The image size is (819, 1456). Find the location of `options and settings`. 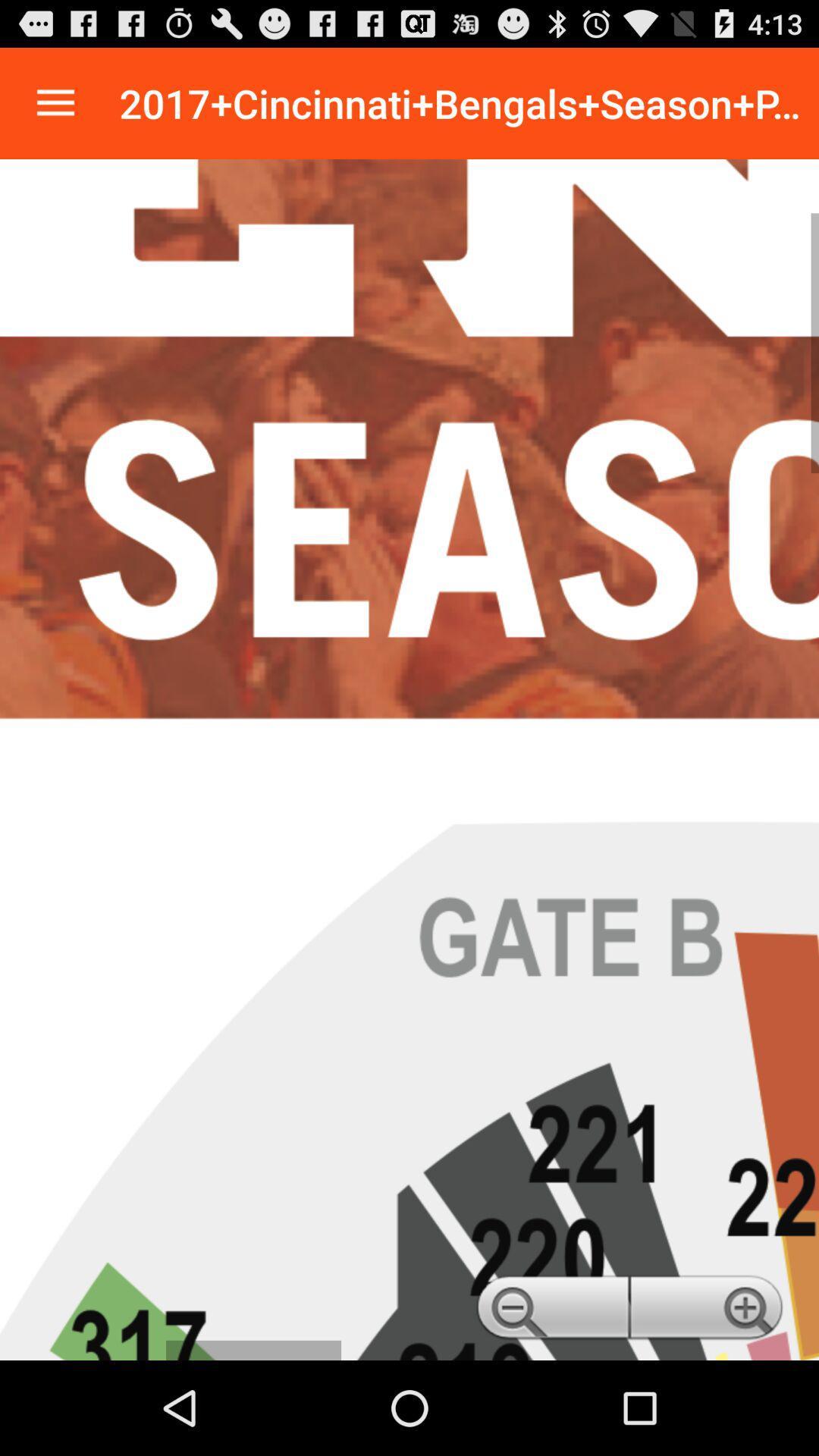

options and settings is located at coordinates (55, 102).